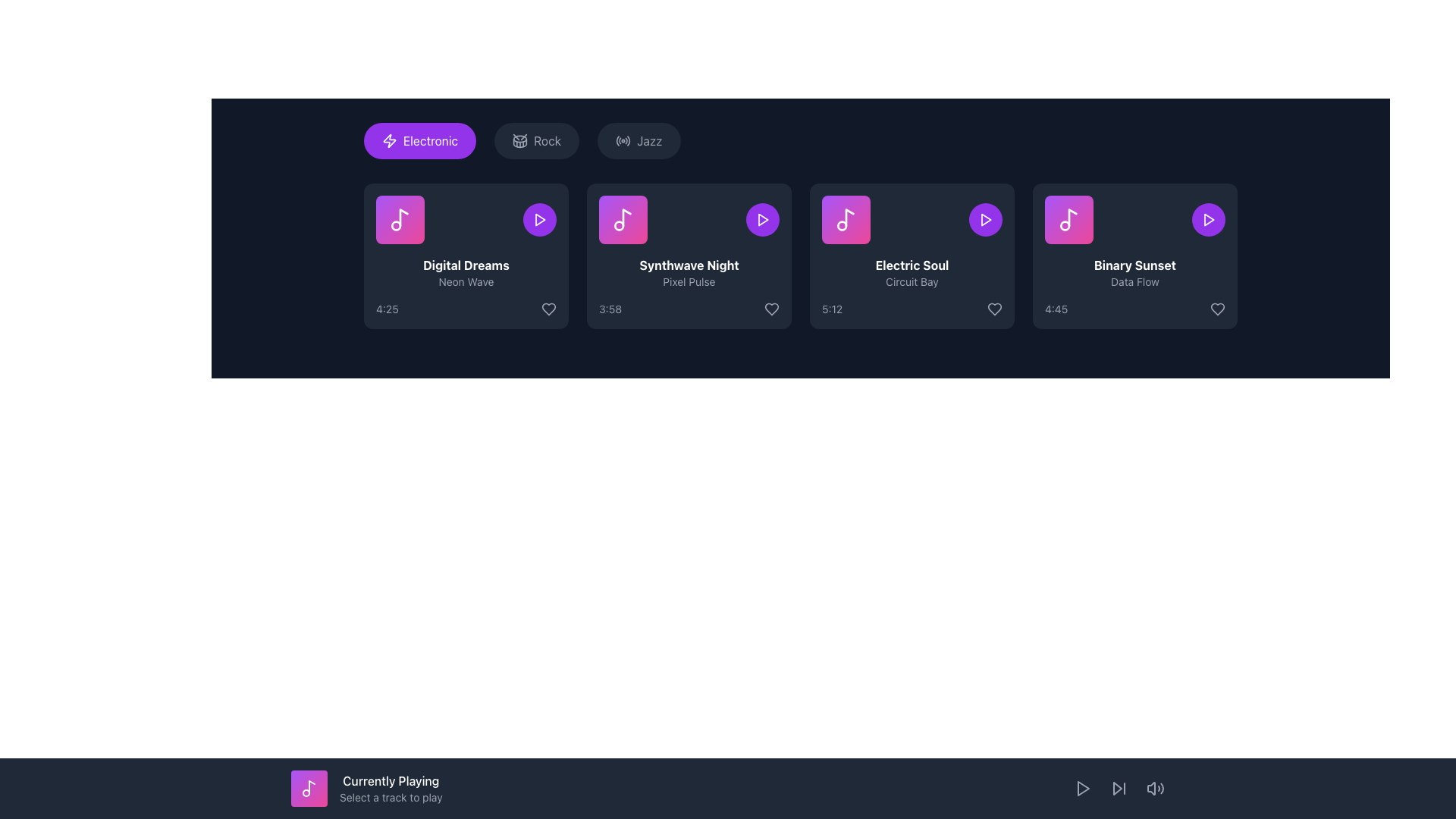  Describe the element at coordinates (639, 140) in the screenshot. I see `the third button in the horizontal list` at that location.